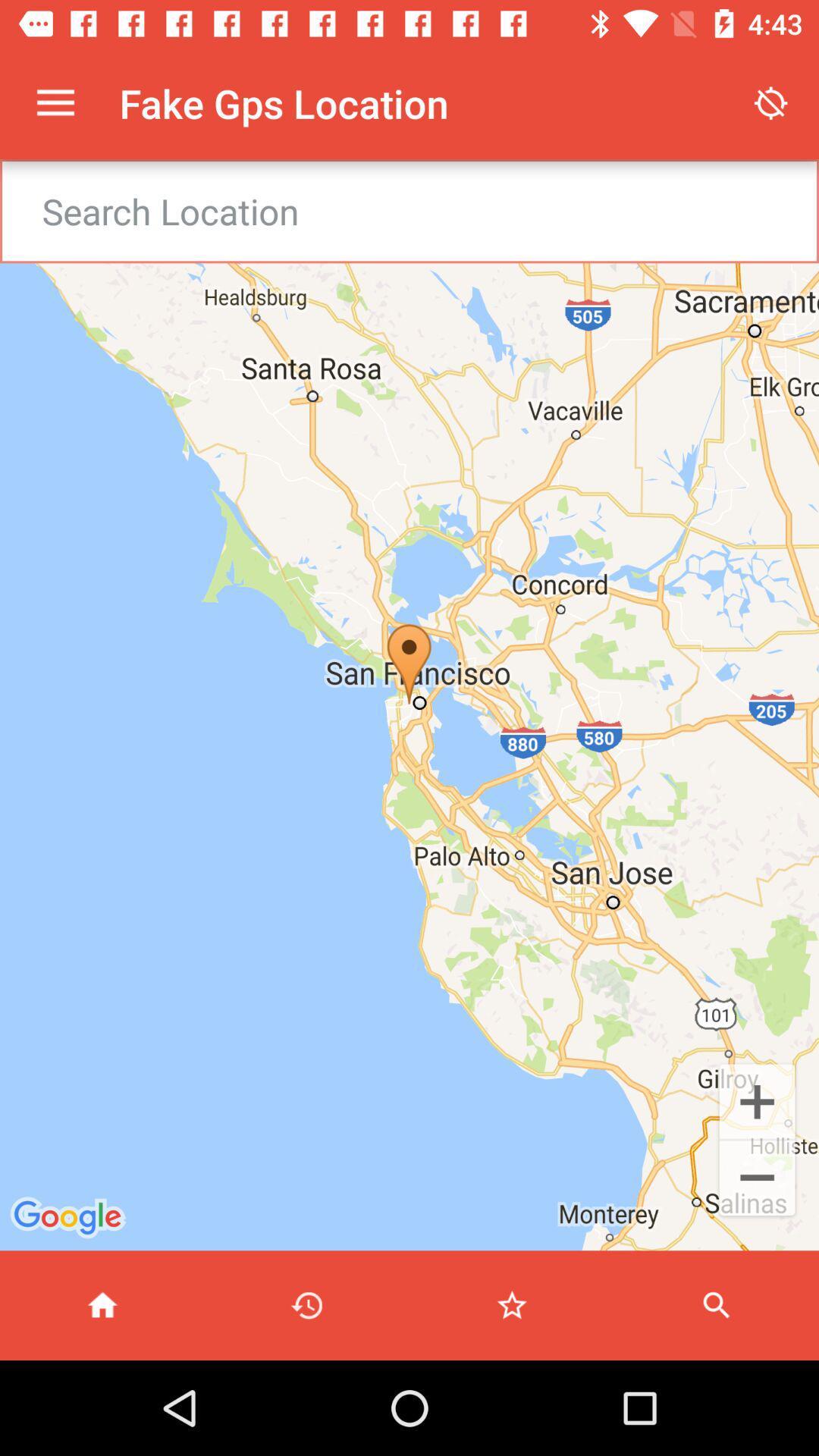  What do you see at coordinates (429, 210) in the screenshot?
I see `search textbox` at bounding box center [429, 210].